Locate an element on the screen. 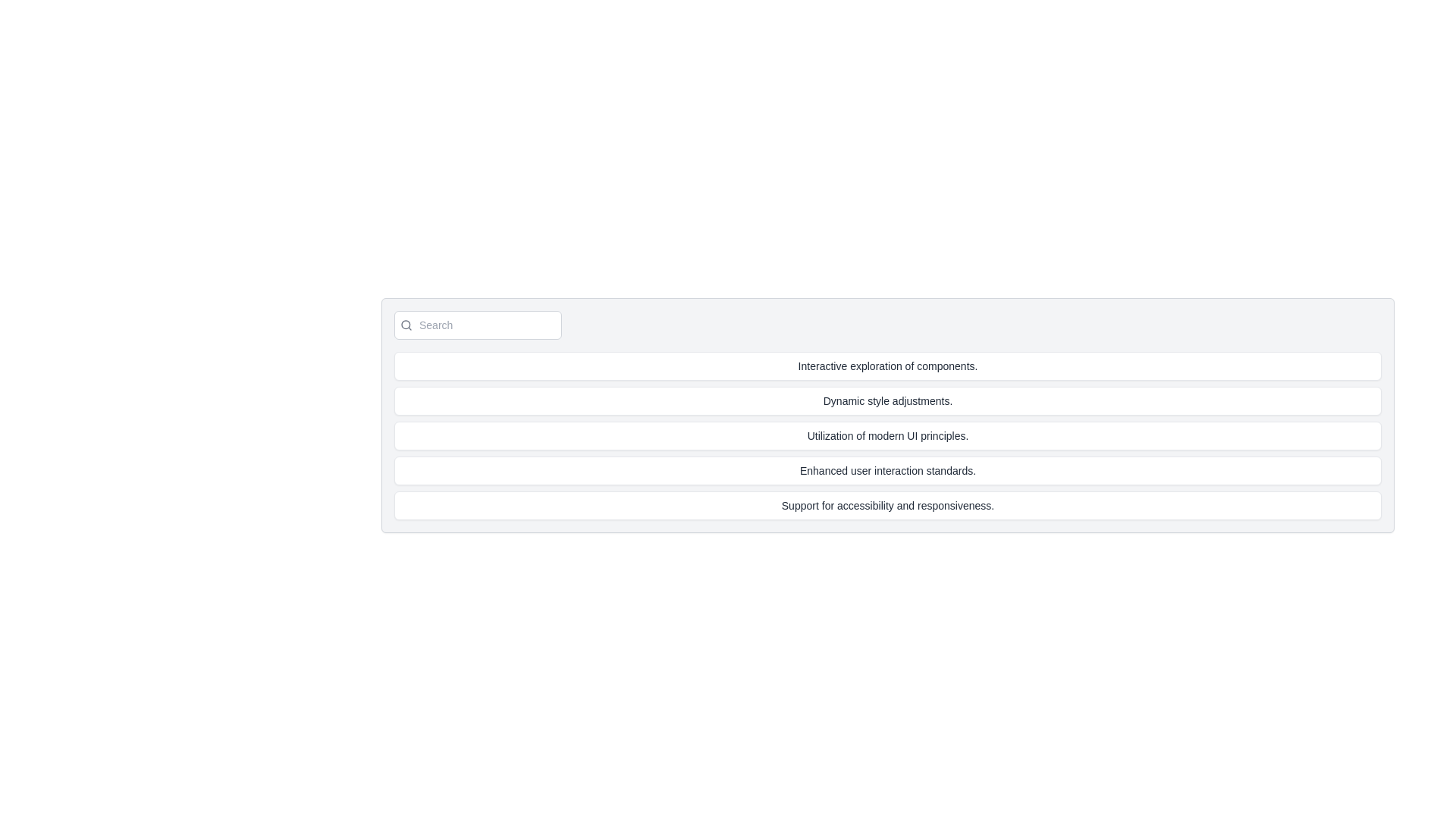 The width and height of the screenshot is (1456, 819). the letter 'i' in the text 'Support for accessibility and responsiveness.' which is the 39th character in this phrase located in the fifth row of a vertically aligned list is located at coordinates (880, 506).